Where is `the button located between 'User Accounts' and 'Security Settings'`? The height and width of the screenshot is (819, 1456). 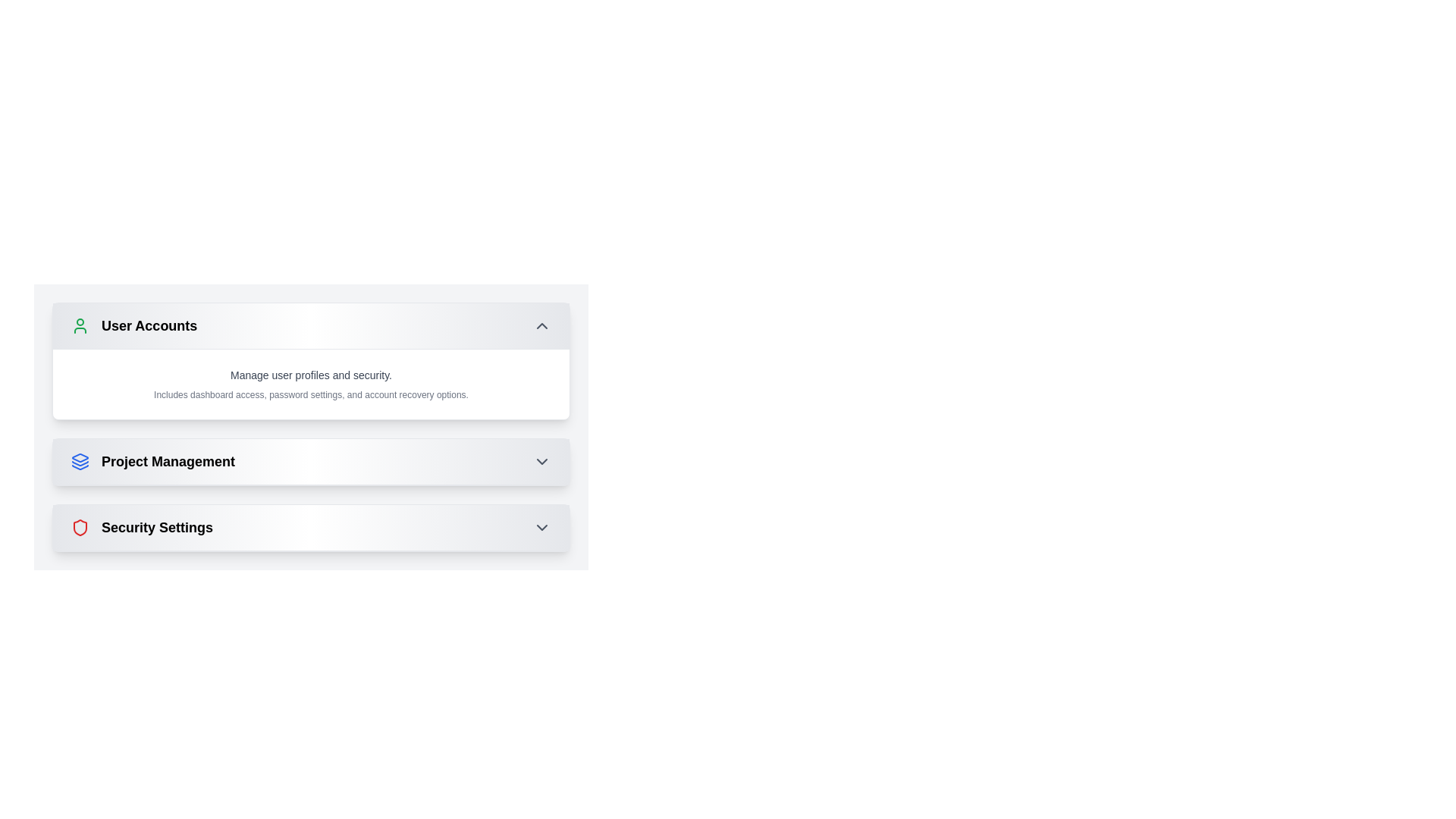
the button located between 'User Accounts' and 'Security Settings' is located at coordinates (310, 447).